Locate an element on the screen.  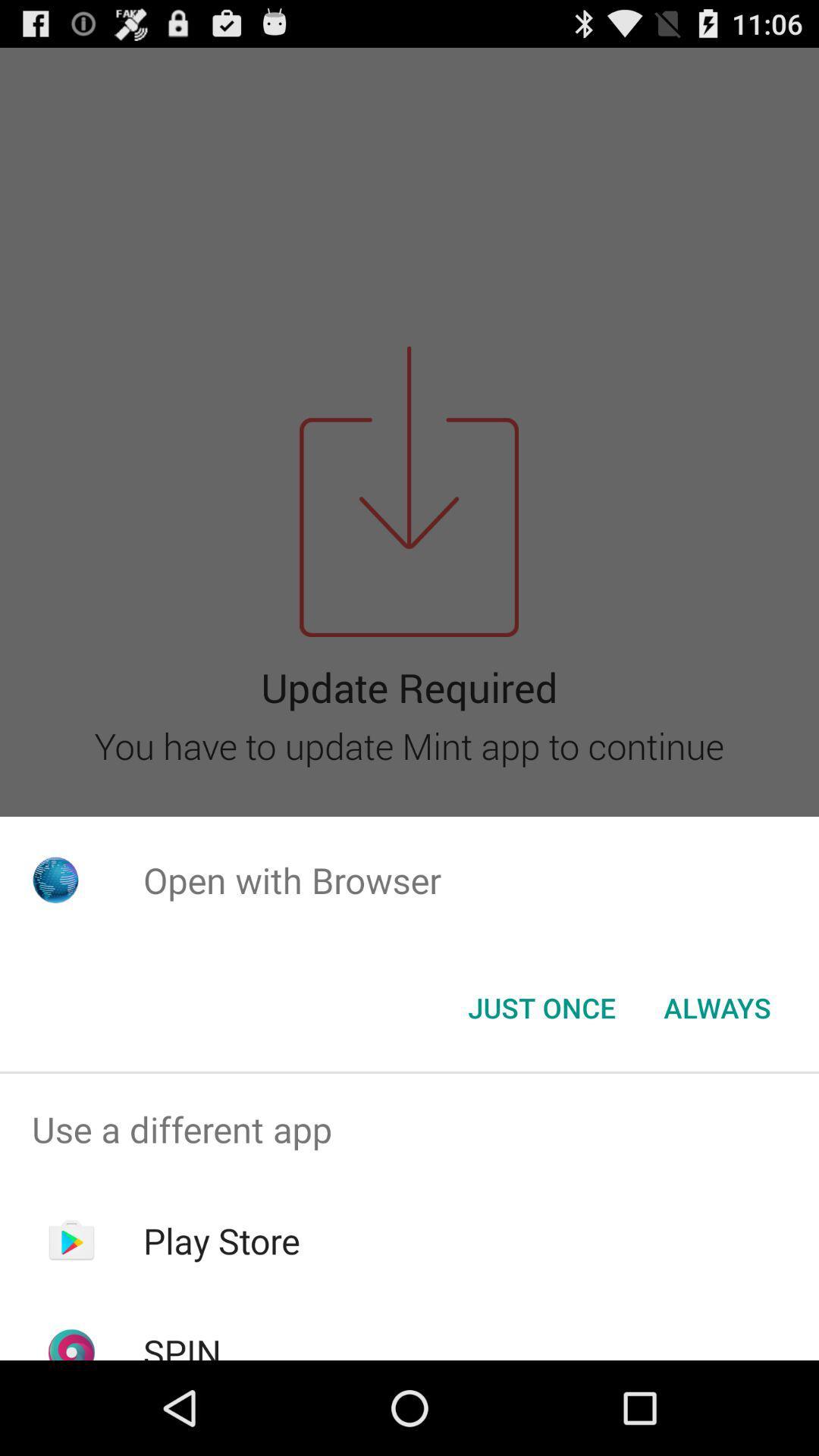
the play store item is located at coordinates (221, 1241).